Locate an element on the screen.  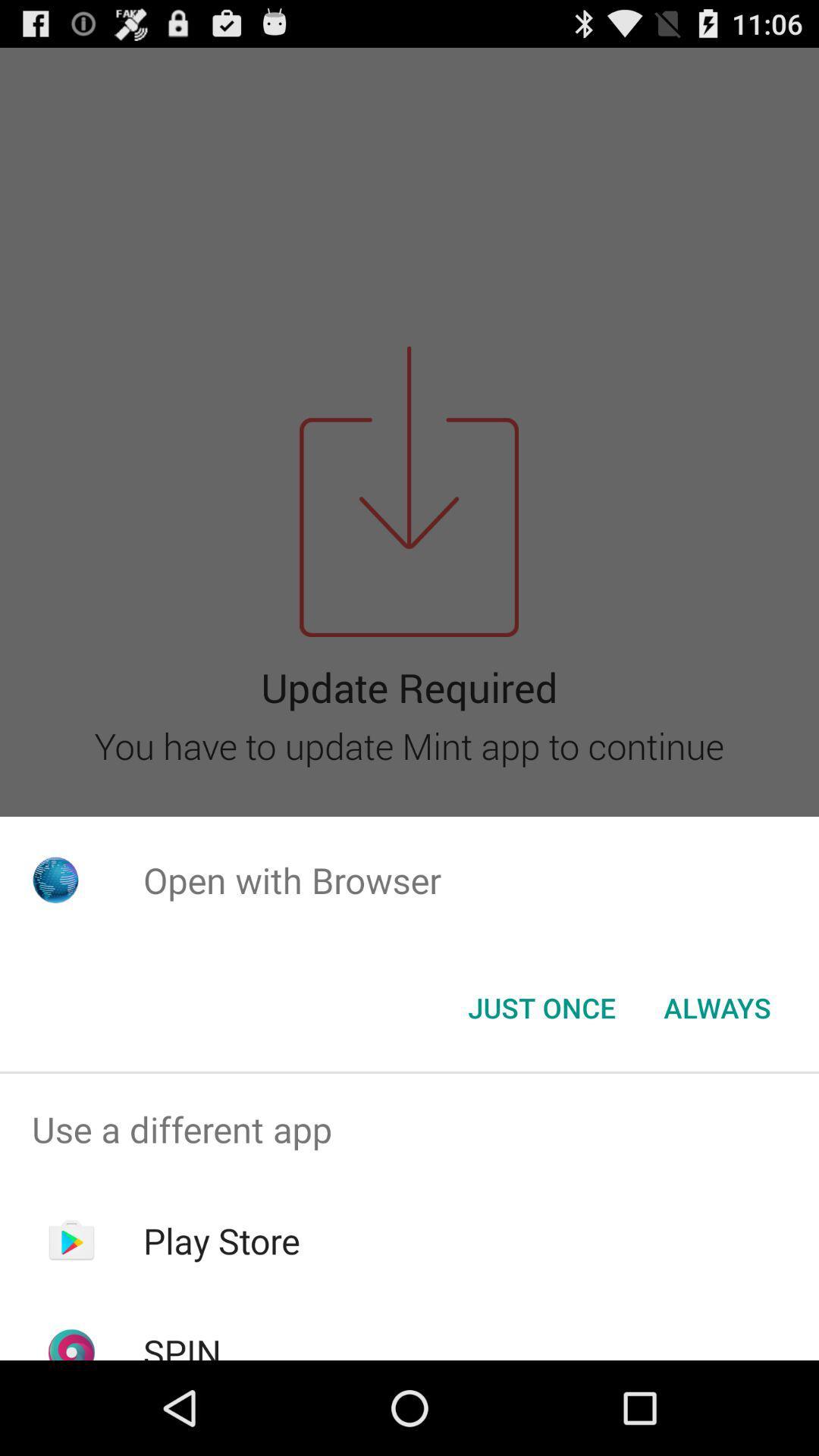
the play store item is located at coordinates (221, 1241).